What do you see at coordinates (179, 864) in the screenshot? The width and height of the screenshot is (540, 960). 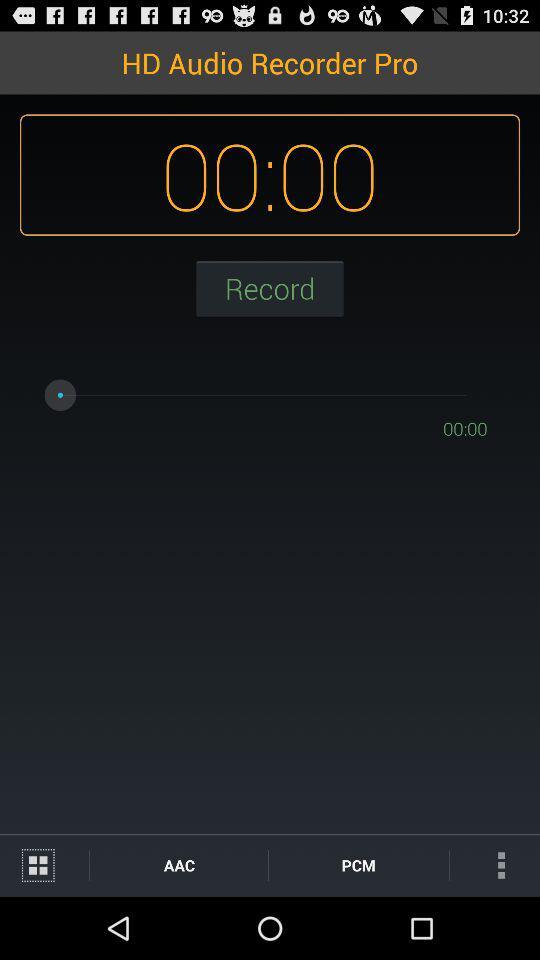 I see `the item to the left of pcm item` at bounding box center [179, 864].